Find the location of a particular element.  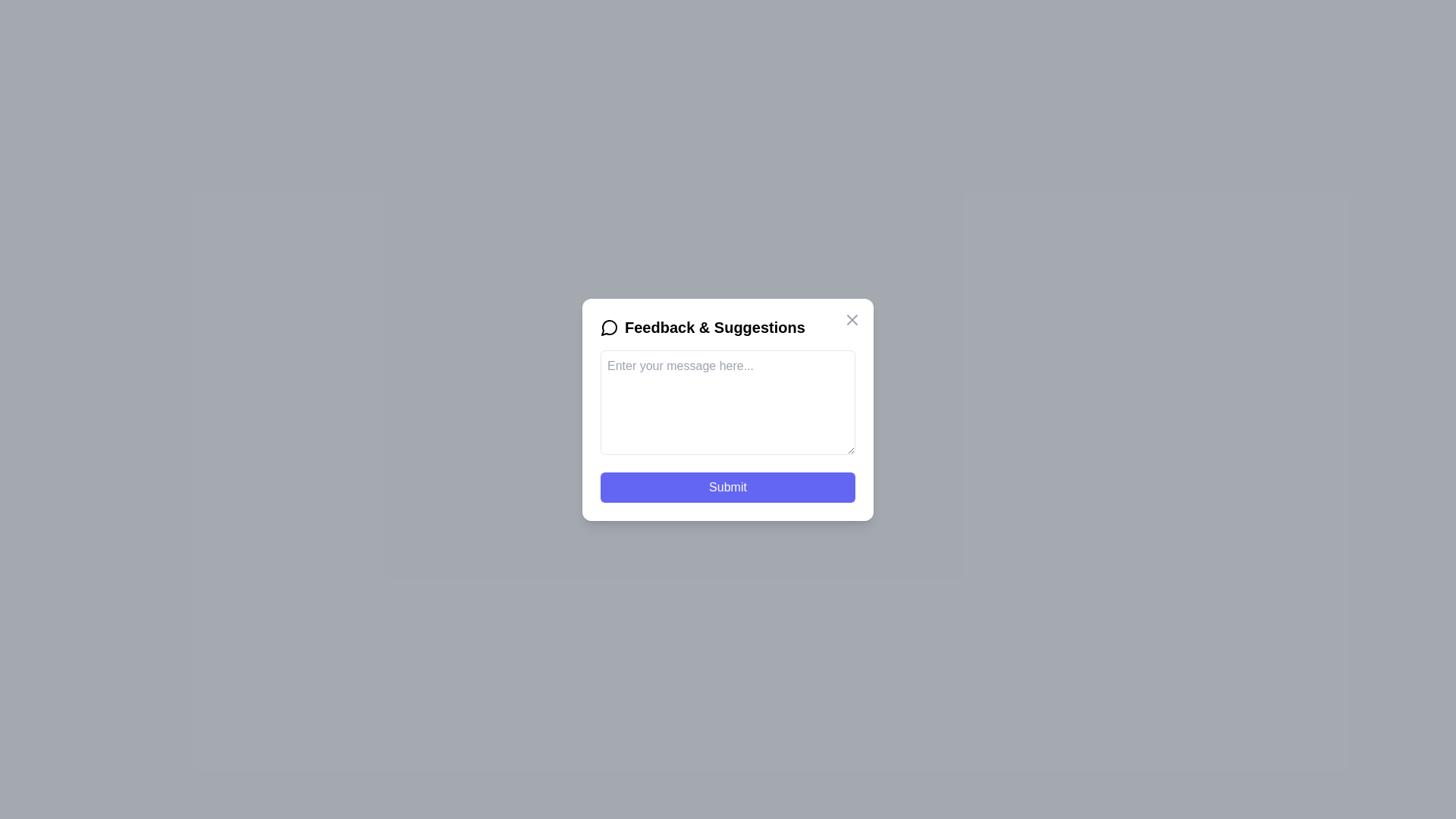

the close button located in the top-right corner of the feedback dialog box is located at coordinates (852, 318).